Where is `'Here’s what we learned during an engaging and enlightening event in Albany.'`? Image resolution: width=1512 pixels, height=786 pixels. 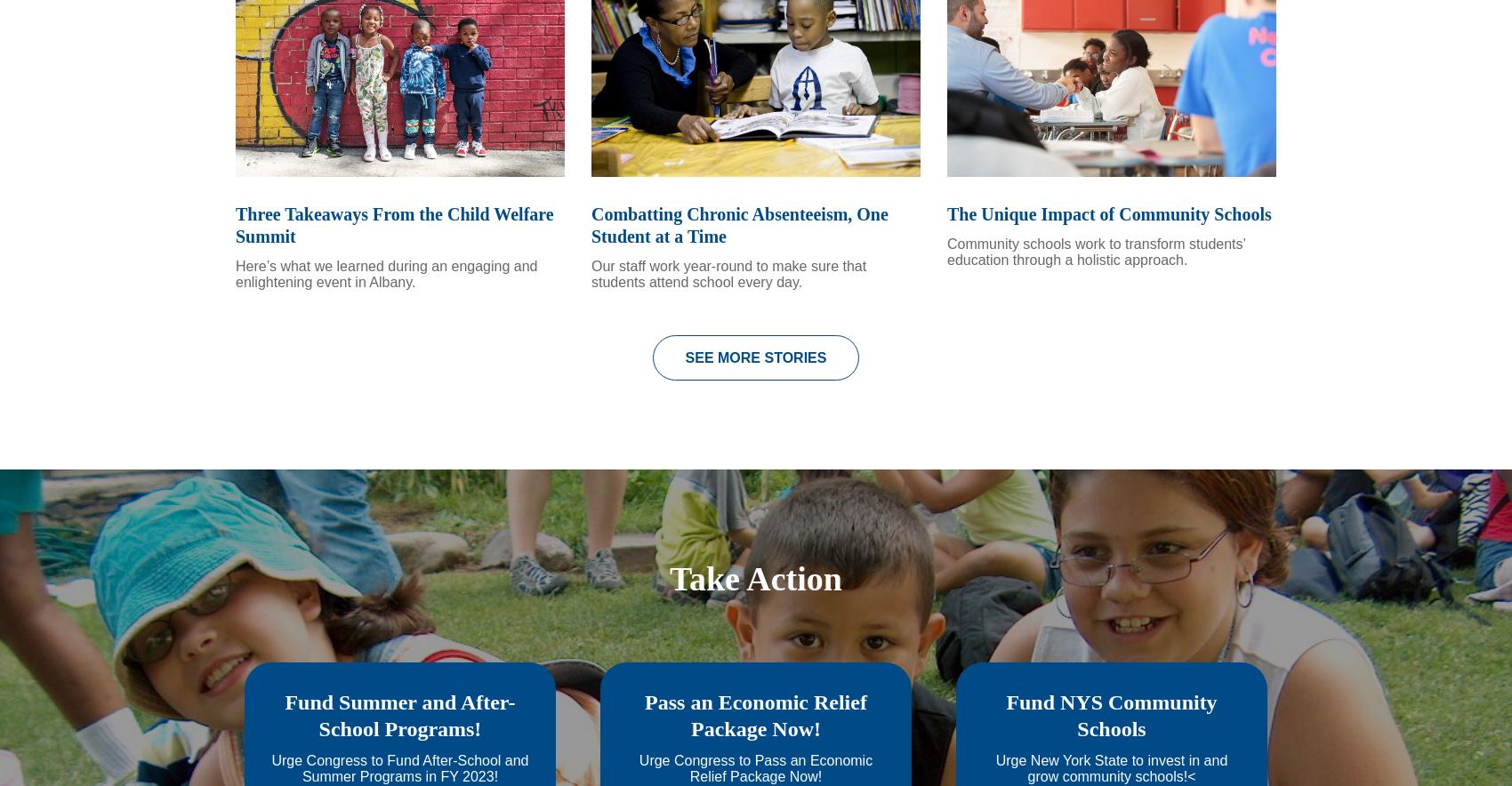 'Here’s what we learned during an engaging and enlightening event in Albany.' is located at coordinates (386, 296).